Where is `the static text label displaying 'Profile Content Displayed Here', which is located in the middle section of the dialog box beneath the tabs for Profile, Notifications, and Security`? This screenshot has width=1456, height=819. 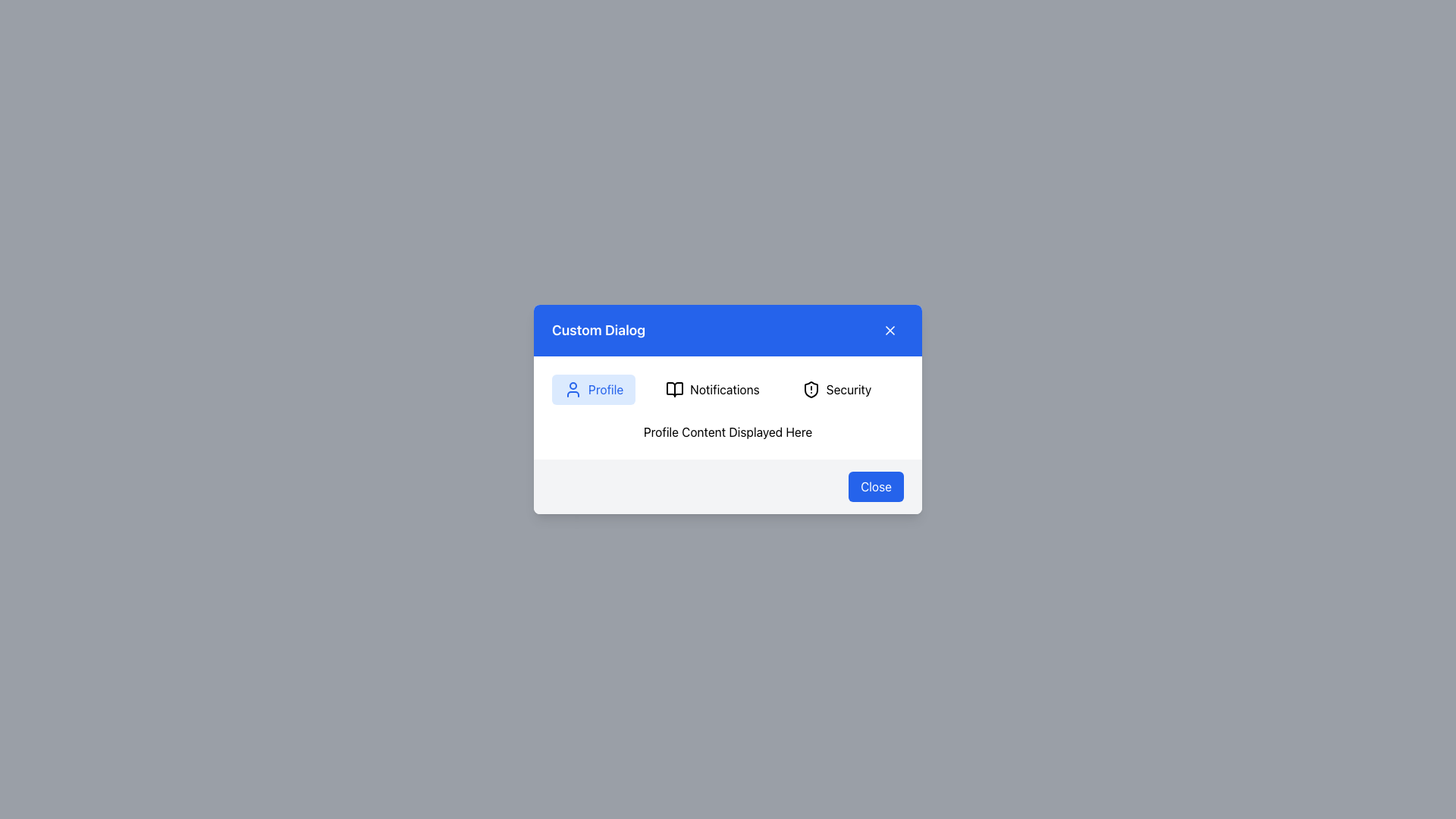 the static text label displaying 'Profile Content Displayed Here', which is located in the middle section of the dialog box beneath the tabs for Profile, Notifications, and Security is located at coordinates (728, 432).